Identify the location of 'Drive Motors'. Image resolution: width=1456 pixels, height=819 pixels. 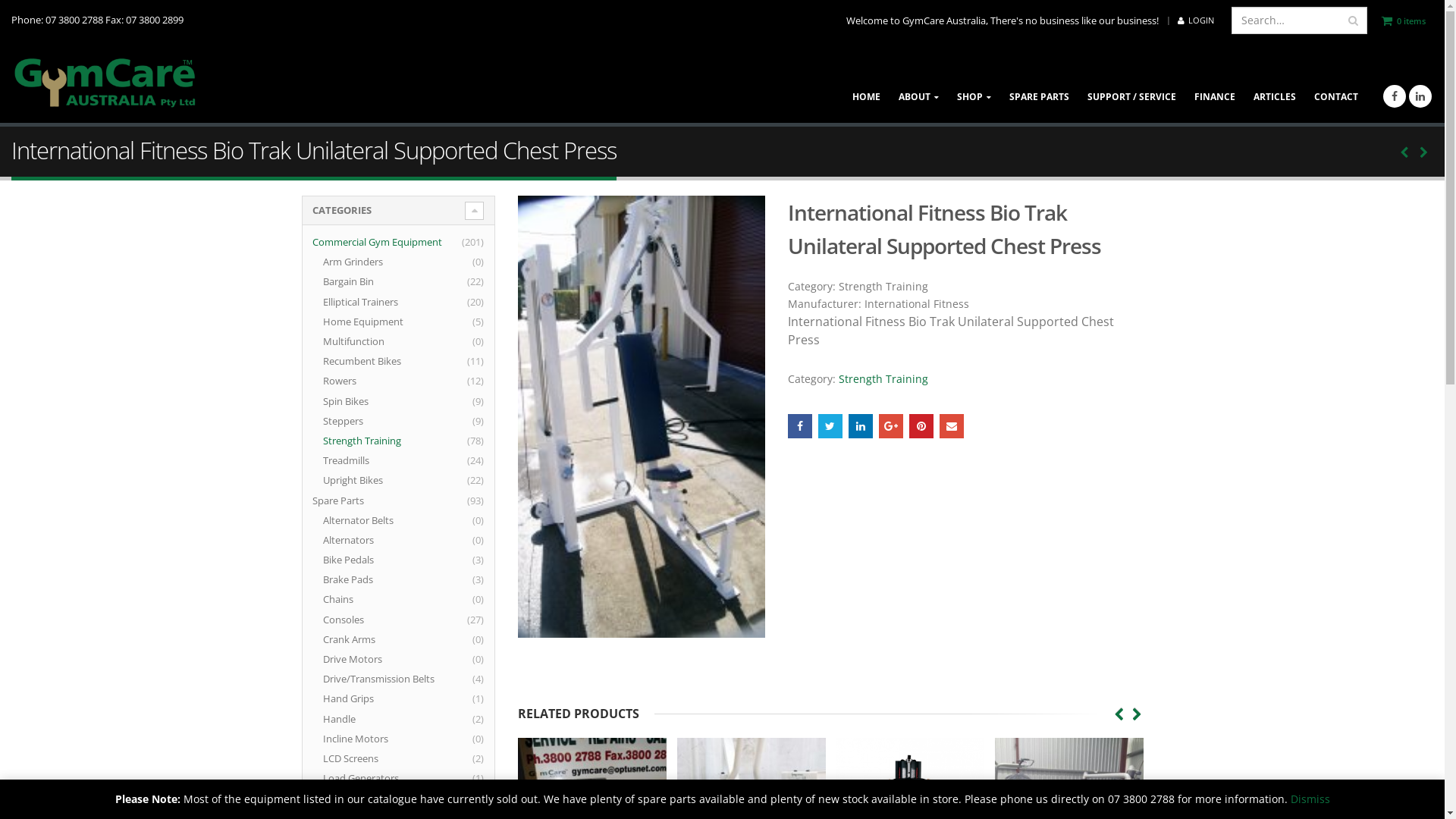
(361, 657).